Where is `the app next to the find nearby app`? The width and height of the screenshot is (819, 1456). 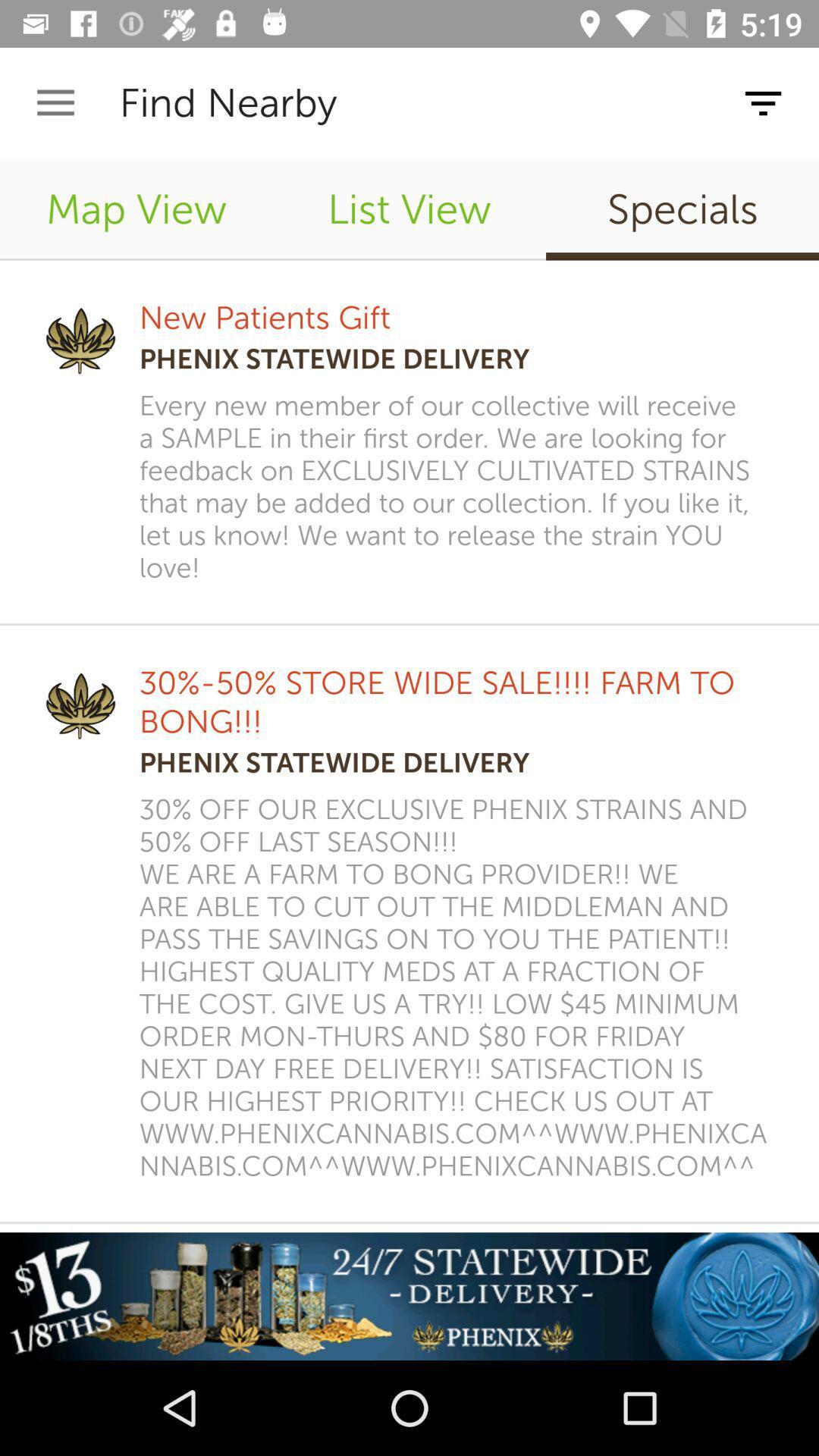 the app next to the find nearby app is located at coordinates (55, 102).